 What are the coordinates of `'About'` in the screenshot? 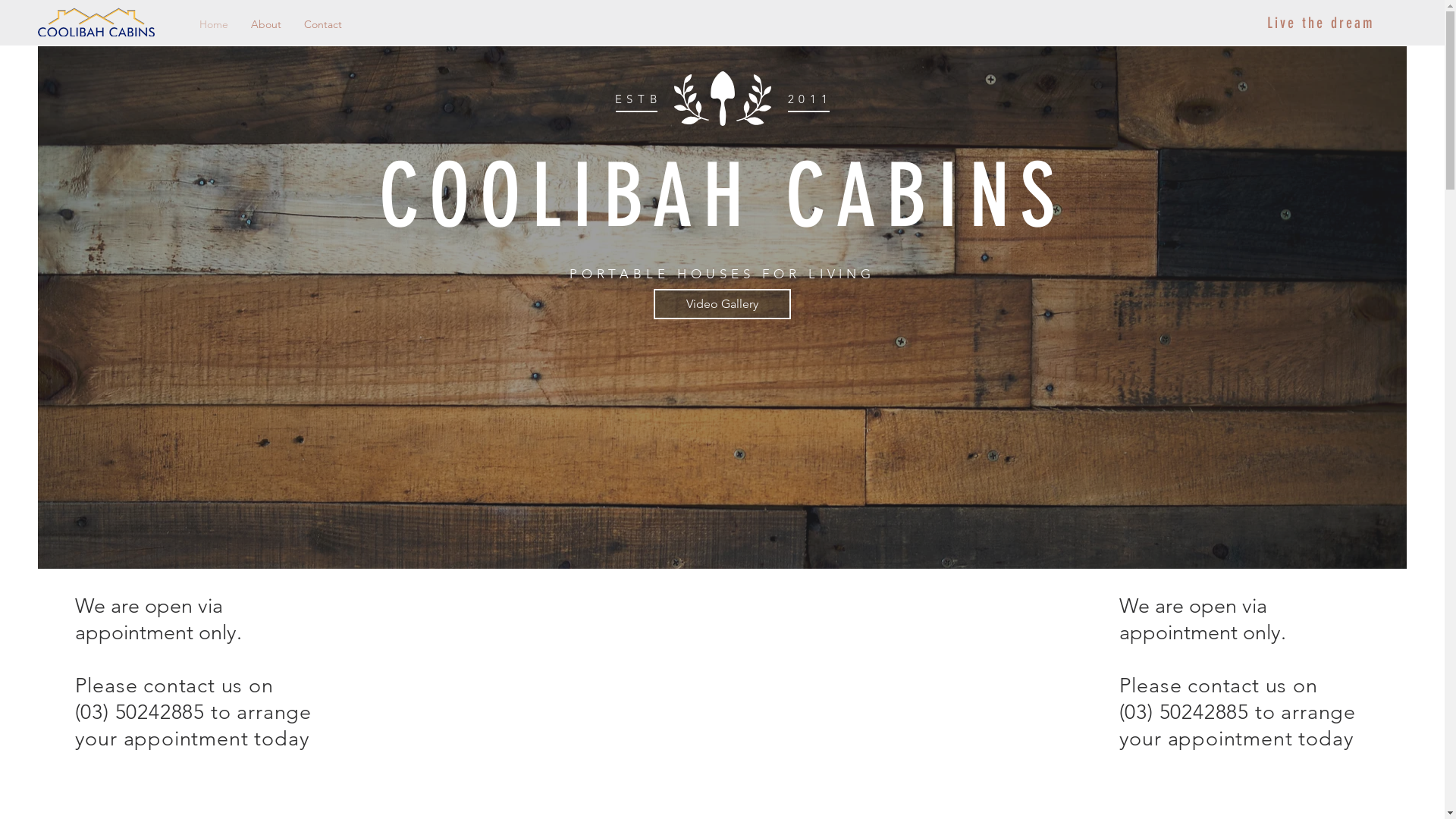 It's located at (265, 24).